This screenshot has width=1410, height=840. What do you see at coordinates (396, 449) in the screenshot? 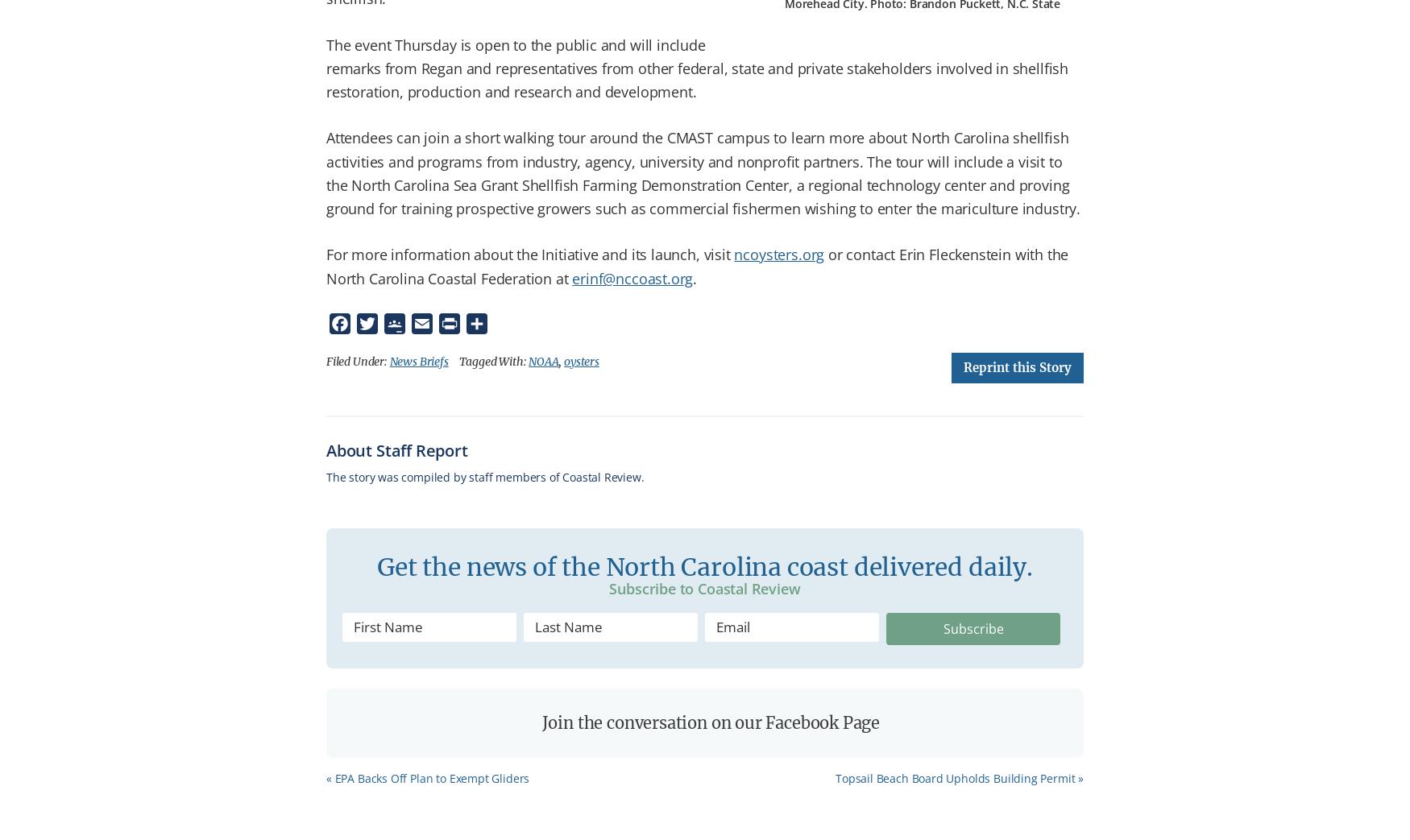
I see `'About Staff Report'` at bounding box center [396, 449].